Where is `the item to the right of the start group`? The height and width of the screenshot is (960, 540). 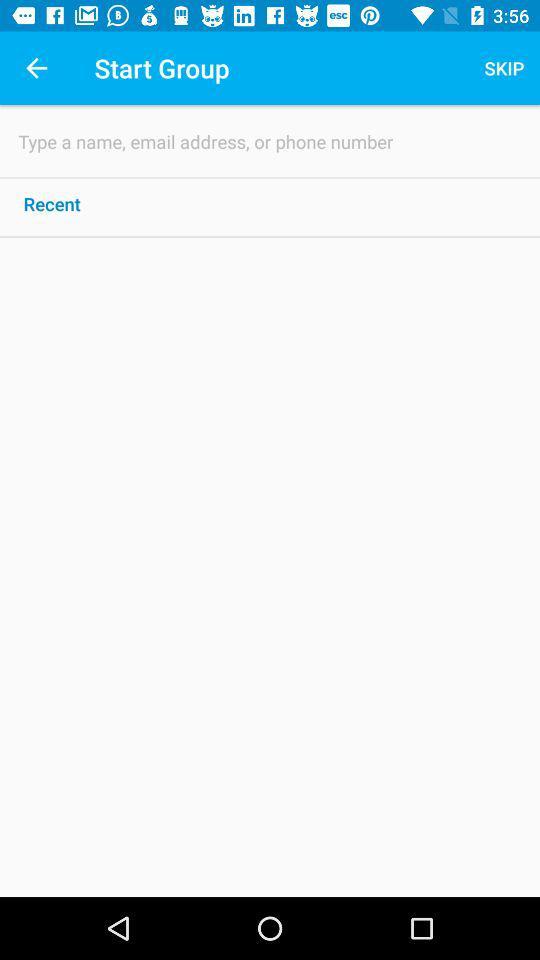 the item to the right of the start group is located at coordinates (503, 68).